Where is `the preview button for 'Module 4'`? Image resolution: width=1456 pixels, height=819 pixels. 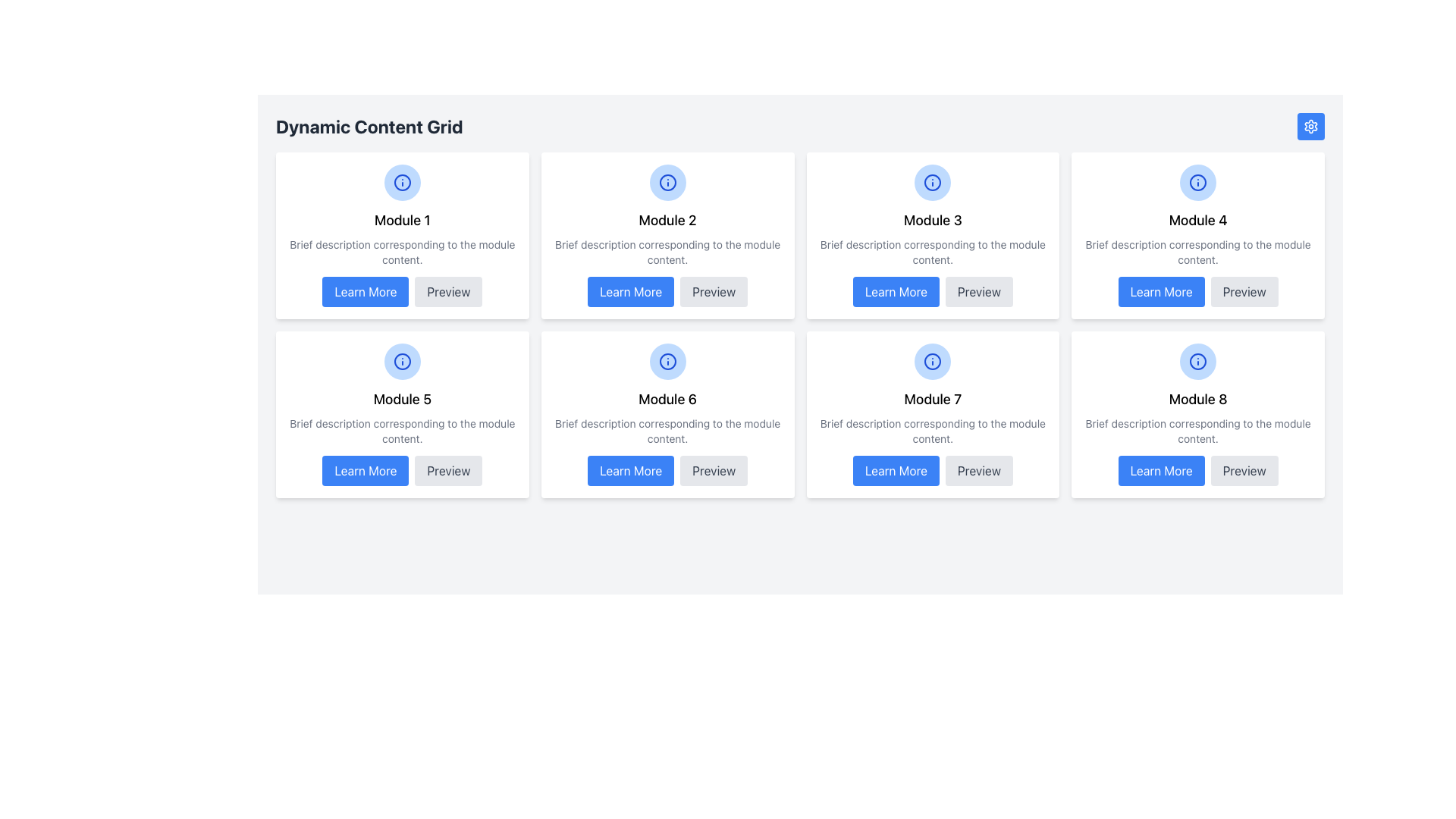 the preview button for 'Module 4' is located at coordinates (1244, 292).